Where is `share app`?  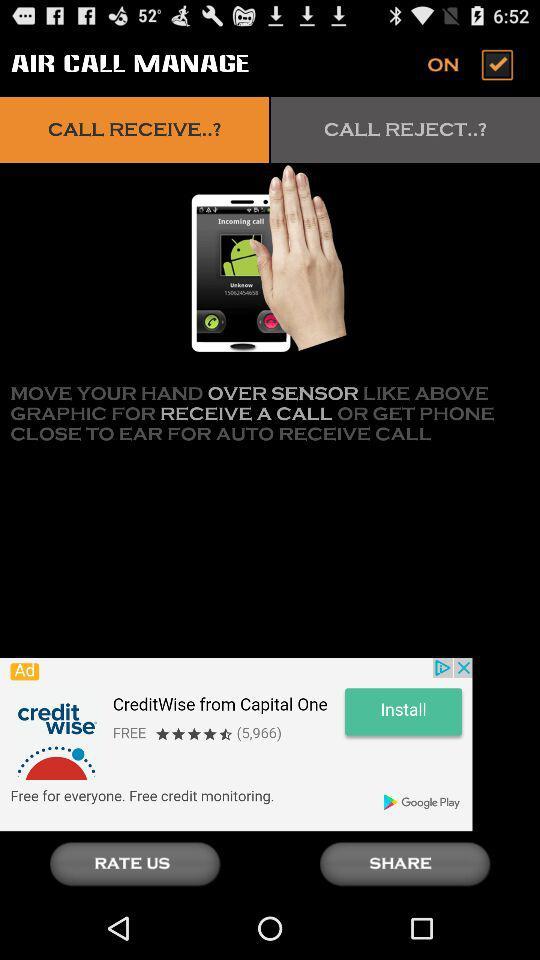
share app is located at coordinates (405, 863).